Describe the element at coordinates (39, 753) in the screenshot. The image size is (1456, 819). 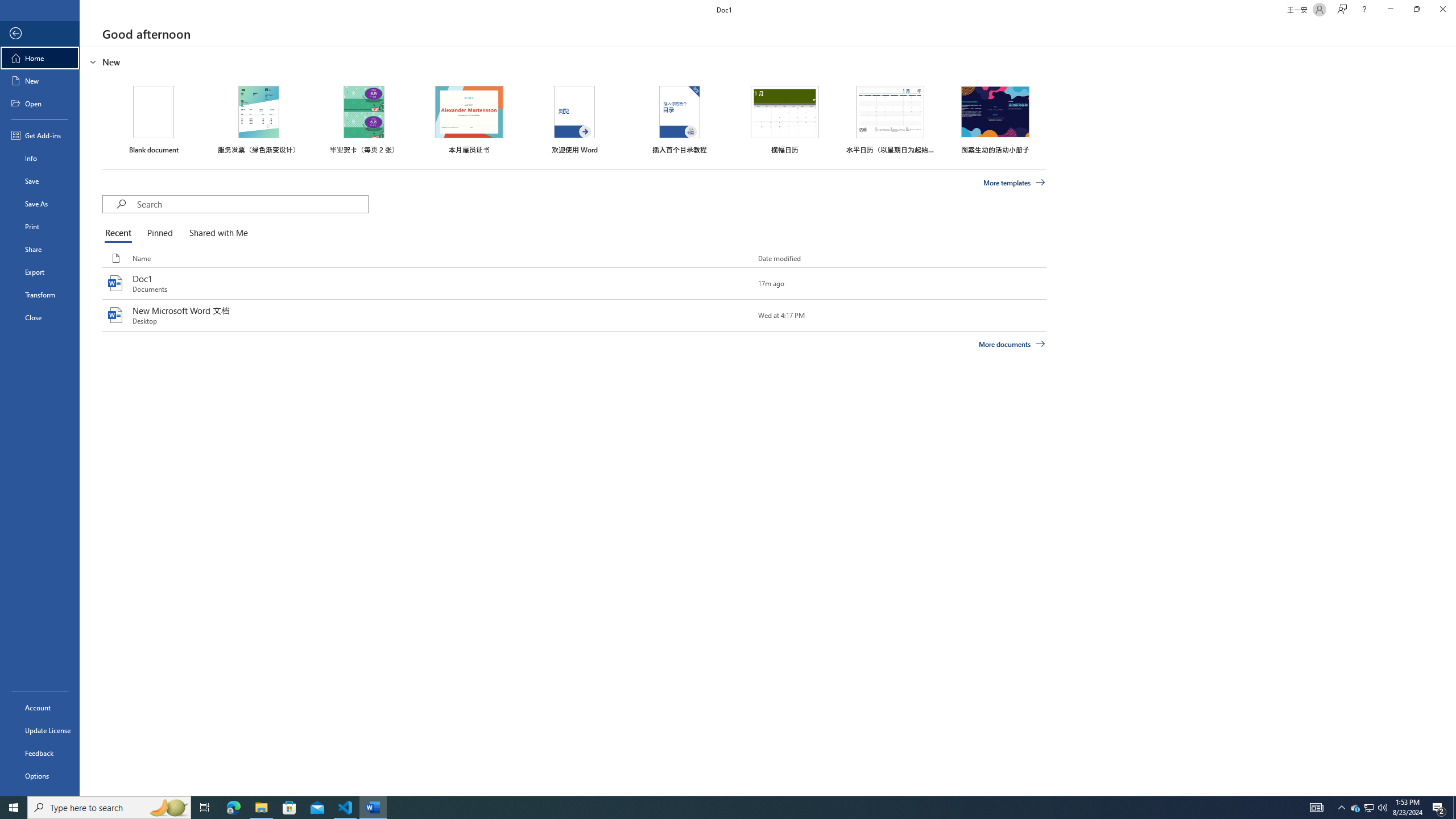
I see `'Feedback'` at that location.